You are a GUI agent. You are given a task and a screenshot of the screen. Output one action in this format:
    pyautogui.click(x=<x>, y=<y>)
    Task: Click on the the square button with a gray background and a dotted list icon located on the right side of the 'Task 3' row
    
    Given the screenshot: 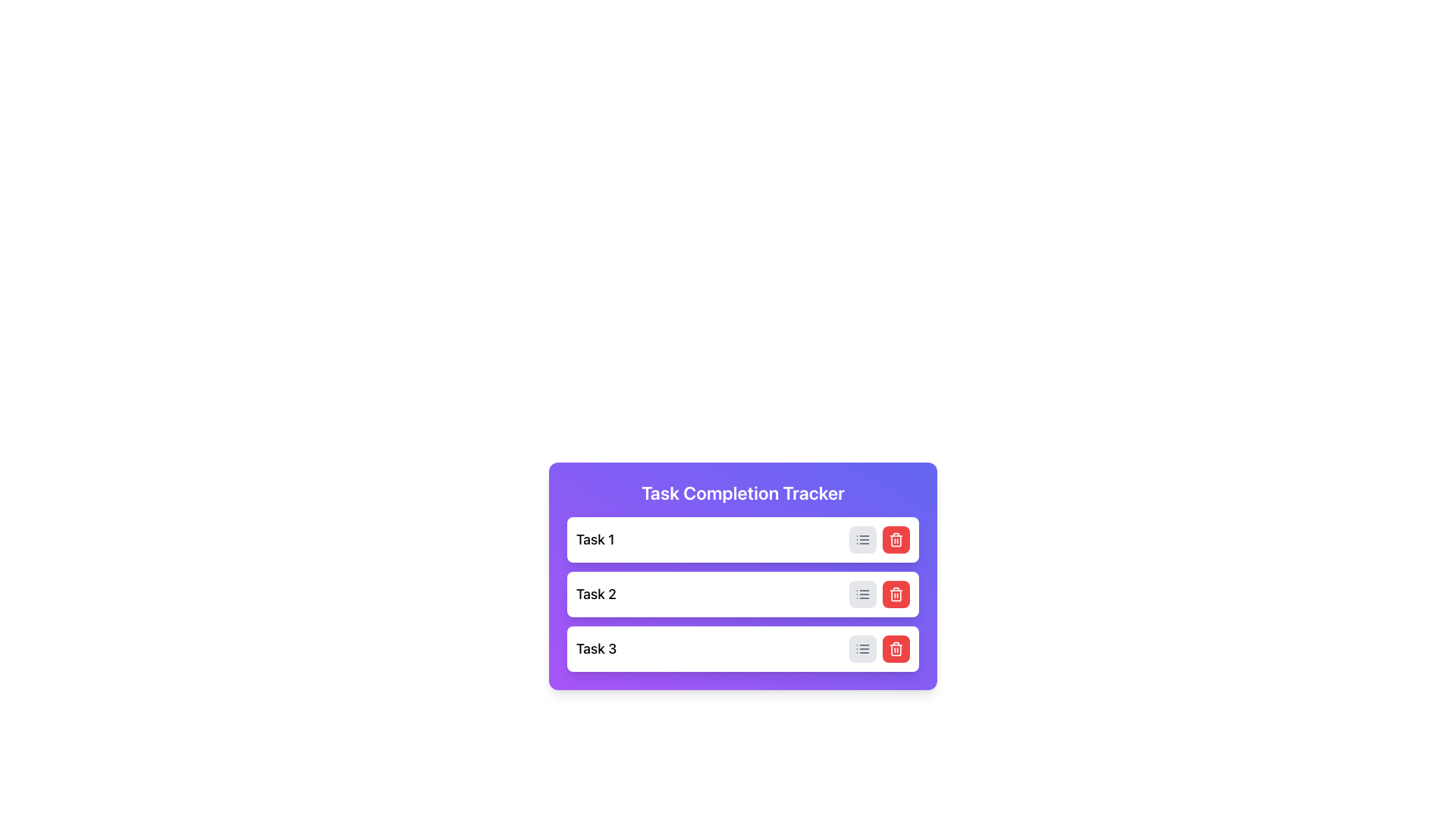 What is the action you would take?
    pyautogui.click(x=862, y=648)
    